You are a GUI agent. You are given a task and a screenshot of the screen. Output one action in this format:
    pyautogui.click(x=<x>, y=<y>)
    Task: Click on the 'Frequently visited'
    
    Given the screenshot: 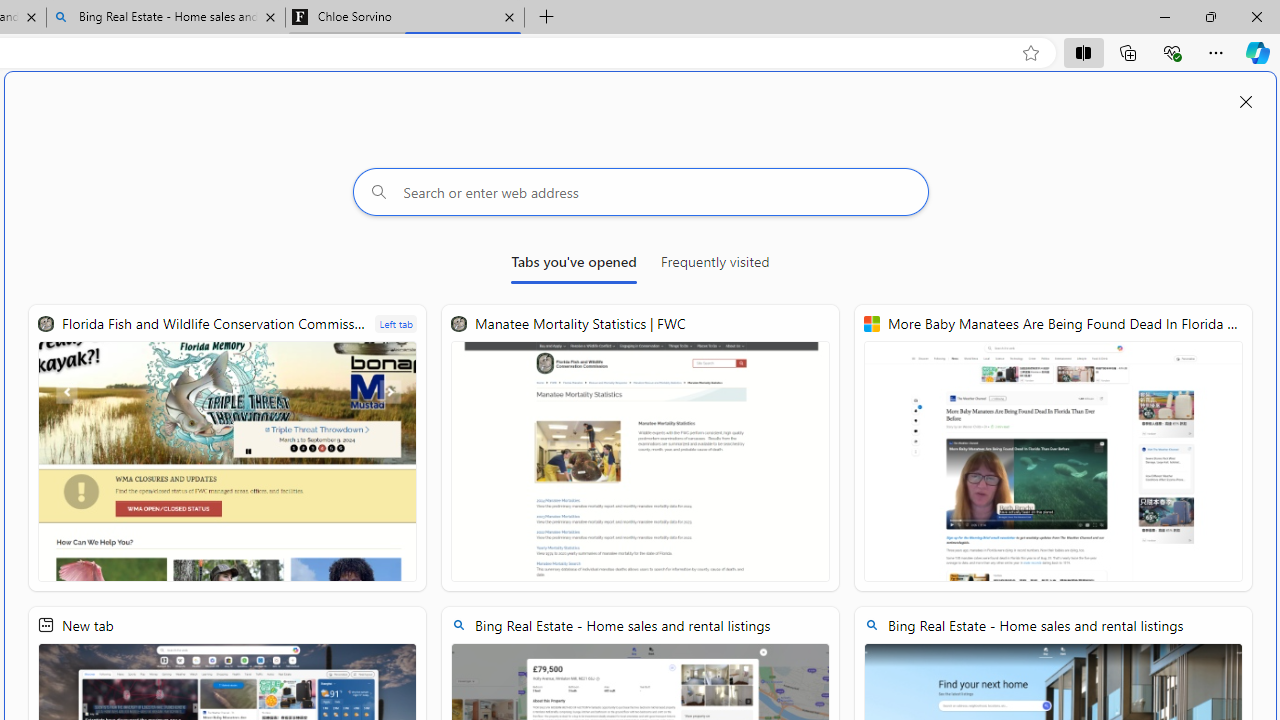 What is the action you would take?
    pyautogui.click(x=715, y=265)
    